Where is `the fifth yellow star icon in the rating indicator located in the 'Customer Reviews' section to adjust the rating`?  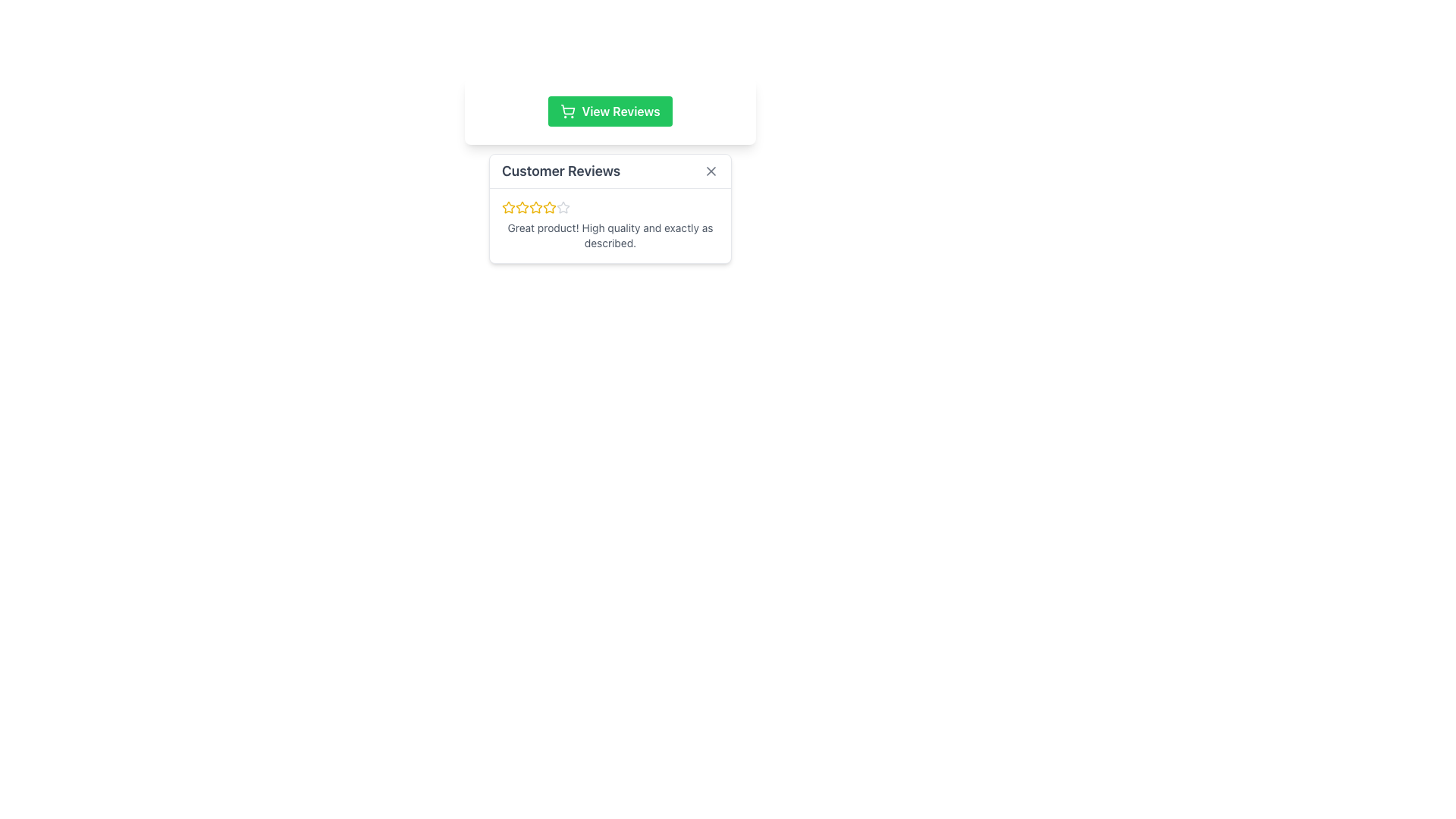 the fifth yellow star icon in the rating indicator located in the 'Customer Reviews' section to adjust the rating is located at coordinates (535, 207).